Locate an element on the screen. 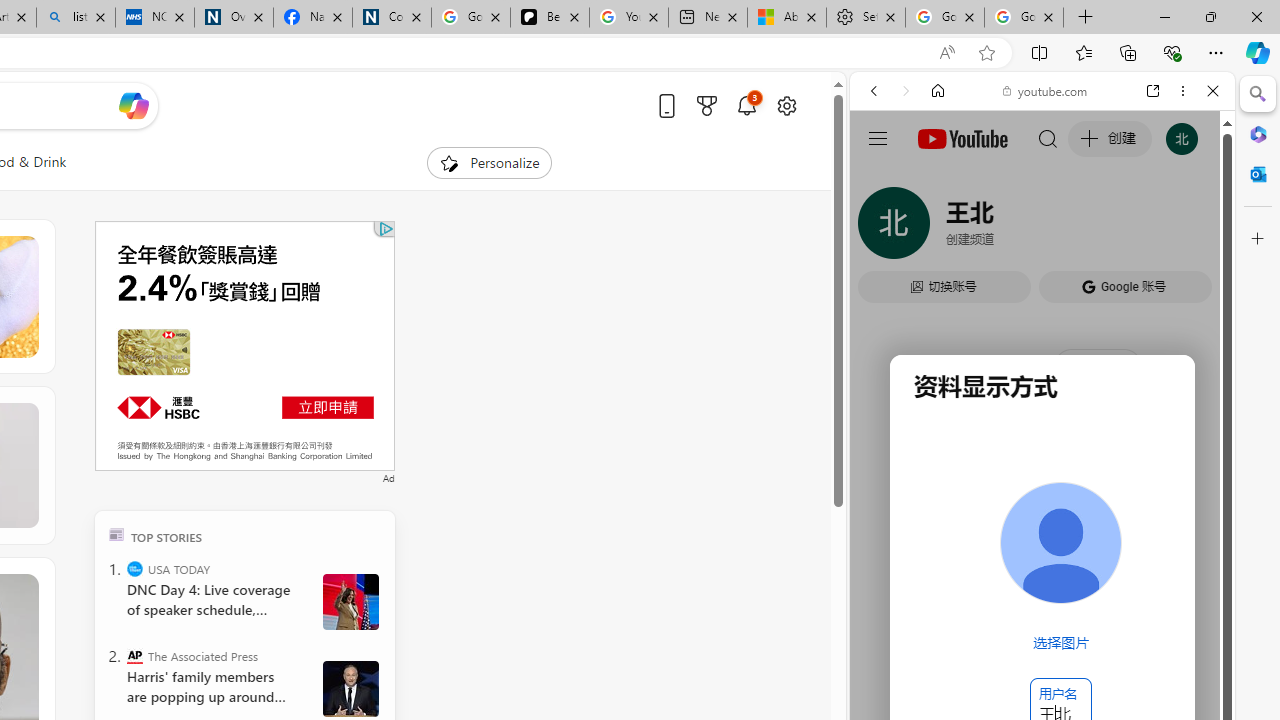 Image resolution: width=1280 pixels, height=720 pixels. 'USA TODAY' is located at coordinates (134, 568).